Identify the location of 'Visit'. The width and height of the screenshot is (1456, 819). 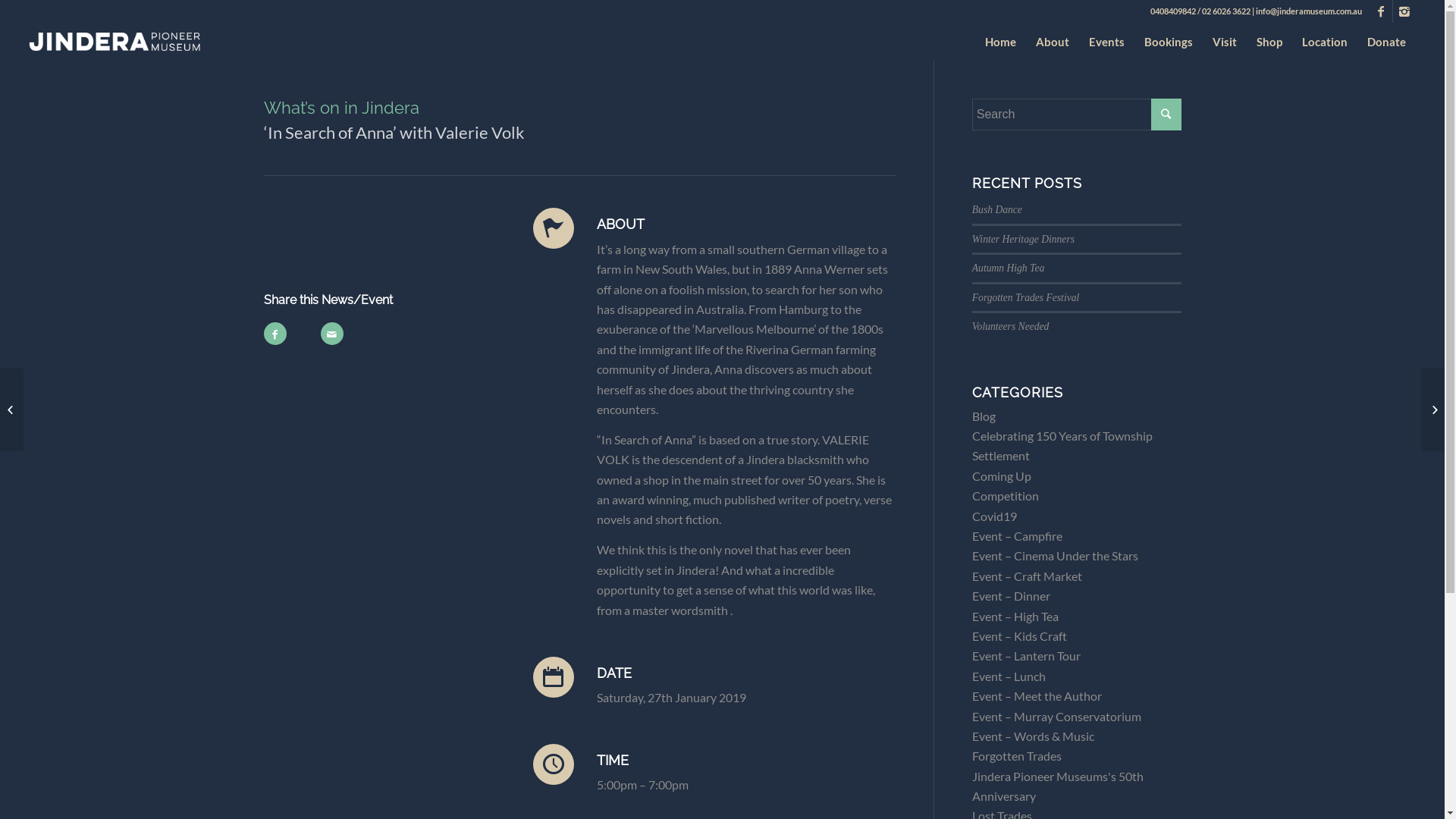
(1224, 40).